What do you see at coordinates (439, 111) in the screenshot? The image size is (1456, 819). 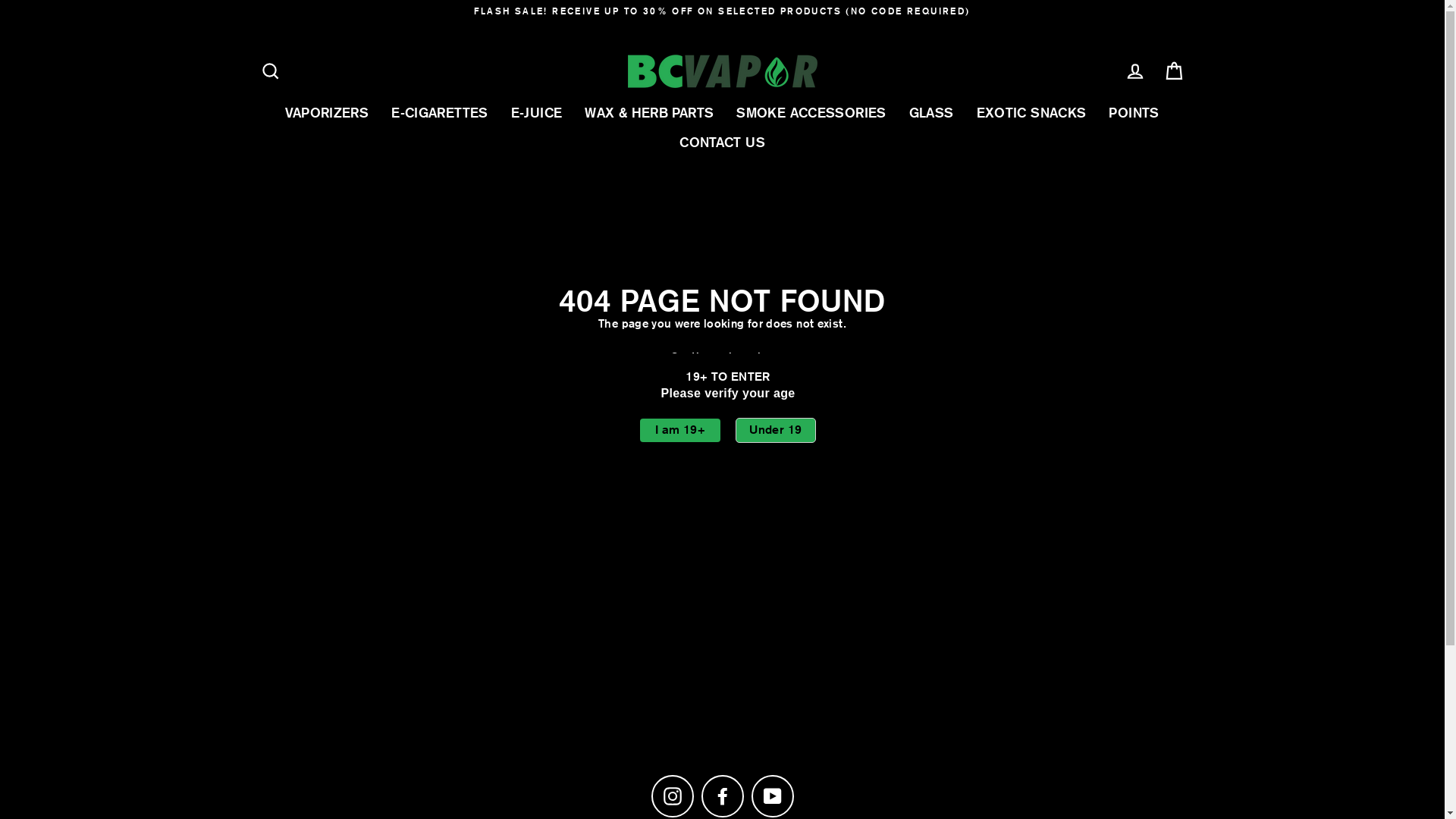 I see `'E-CIGARETTES'` at bounding box center [439, 111].